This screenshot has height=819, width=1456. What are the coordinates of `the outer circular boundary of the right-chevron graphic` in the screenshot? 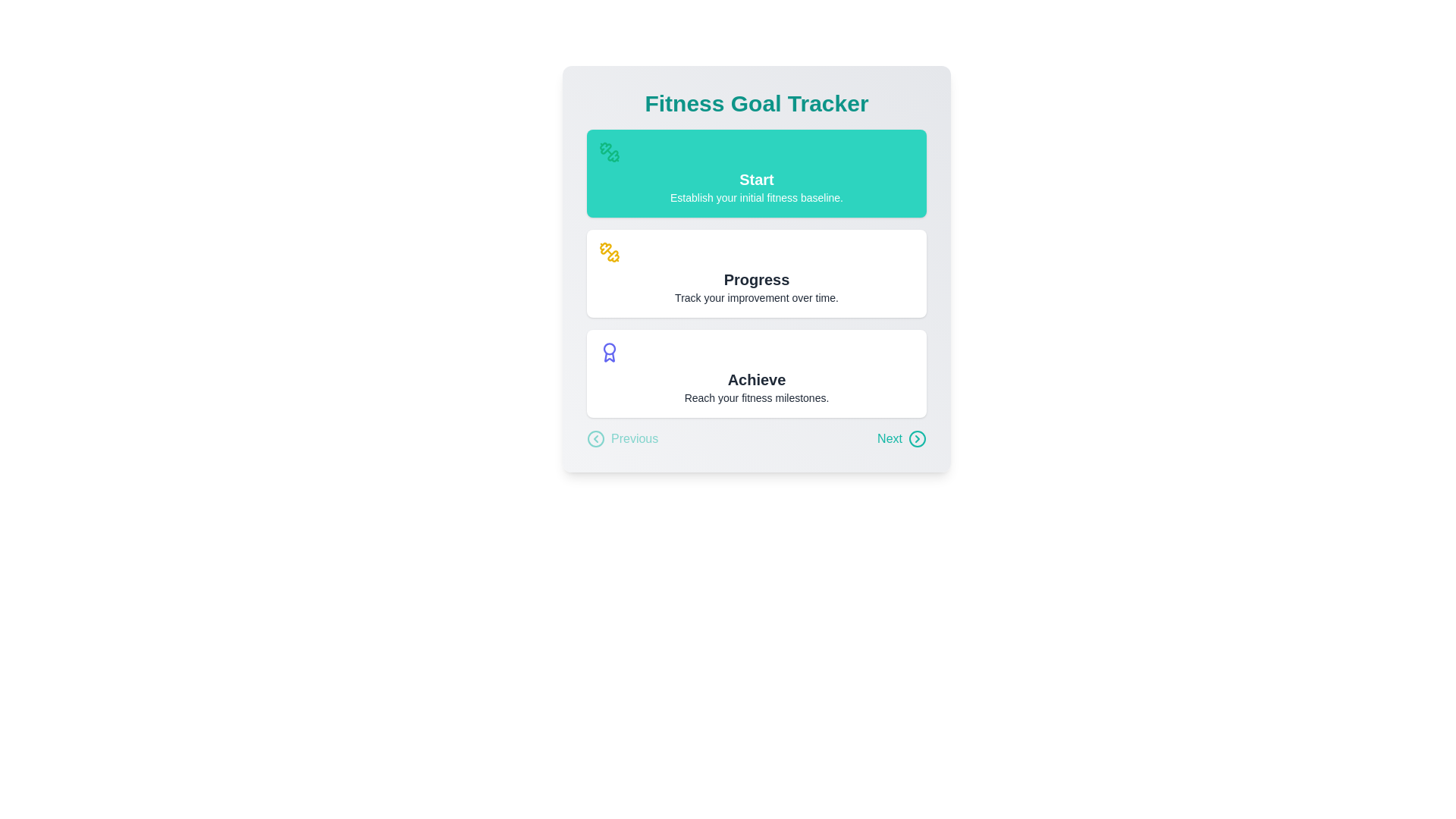 It's located at (916, 438).